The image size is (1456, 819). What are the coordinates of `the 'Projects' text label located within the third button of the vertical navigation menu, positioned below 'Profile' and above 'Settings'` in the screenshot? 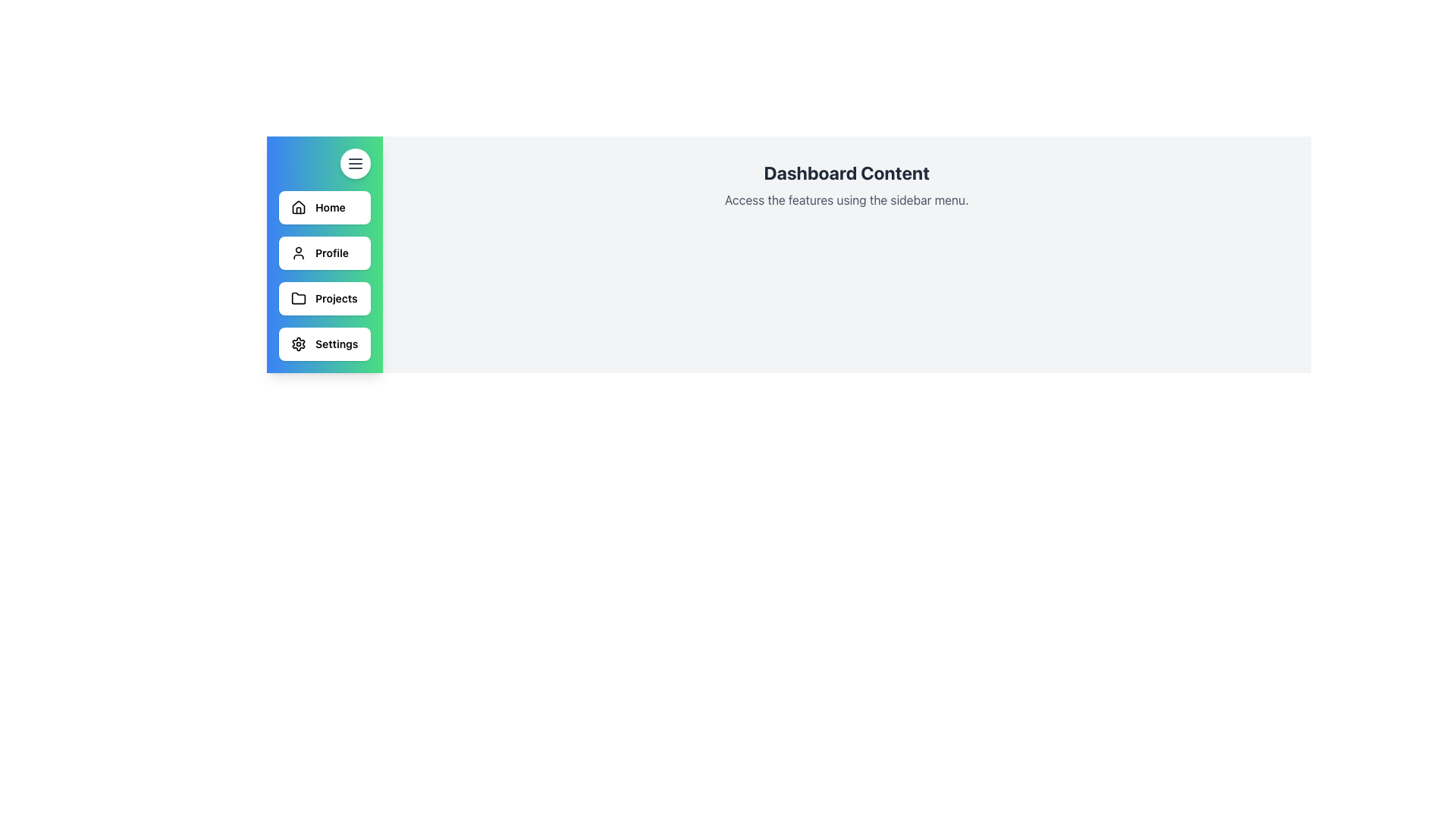 It's located at (335, 298).